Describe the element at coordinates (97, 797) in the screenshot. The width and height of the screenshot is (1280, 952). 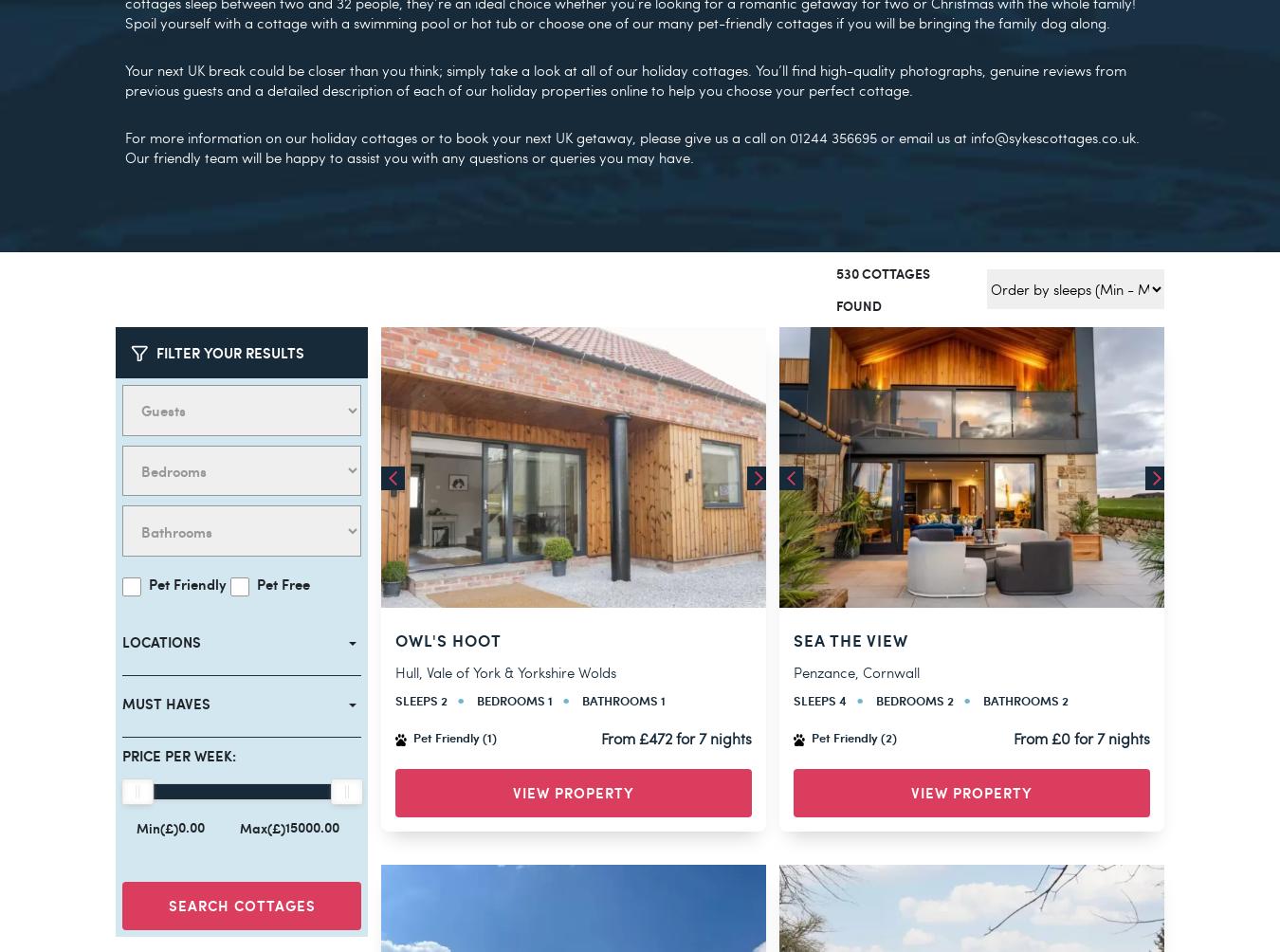
I see `'Unclassified'` at that location.